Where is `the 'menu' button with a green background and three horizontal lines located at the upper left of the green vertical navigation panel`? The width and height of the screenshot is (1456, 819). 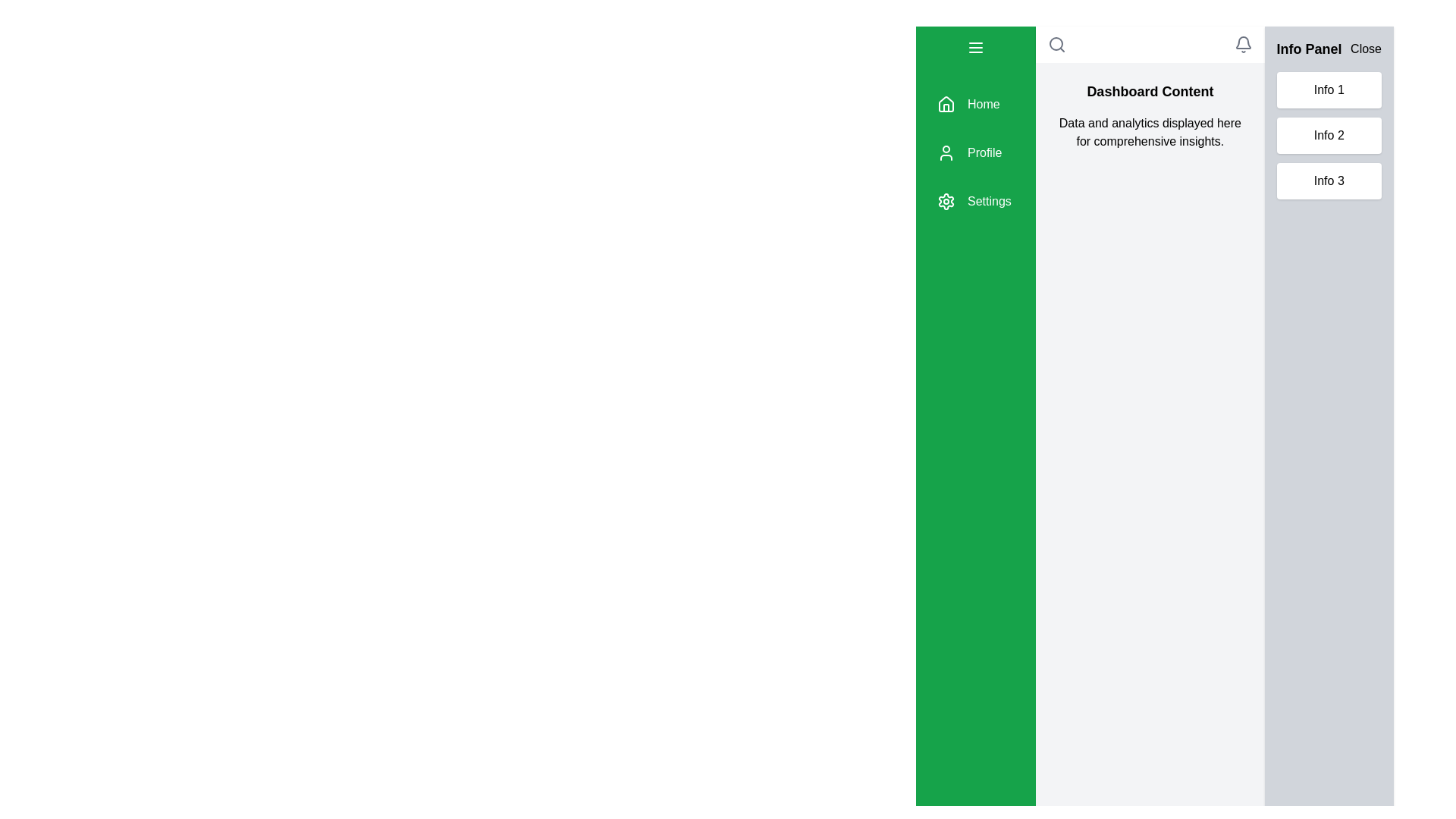
the 'menu' button with a green background and three horizontal lines located at the upper left of the green vertical navigation panel is located at coordinates (975, 46).